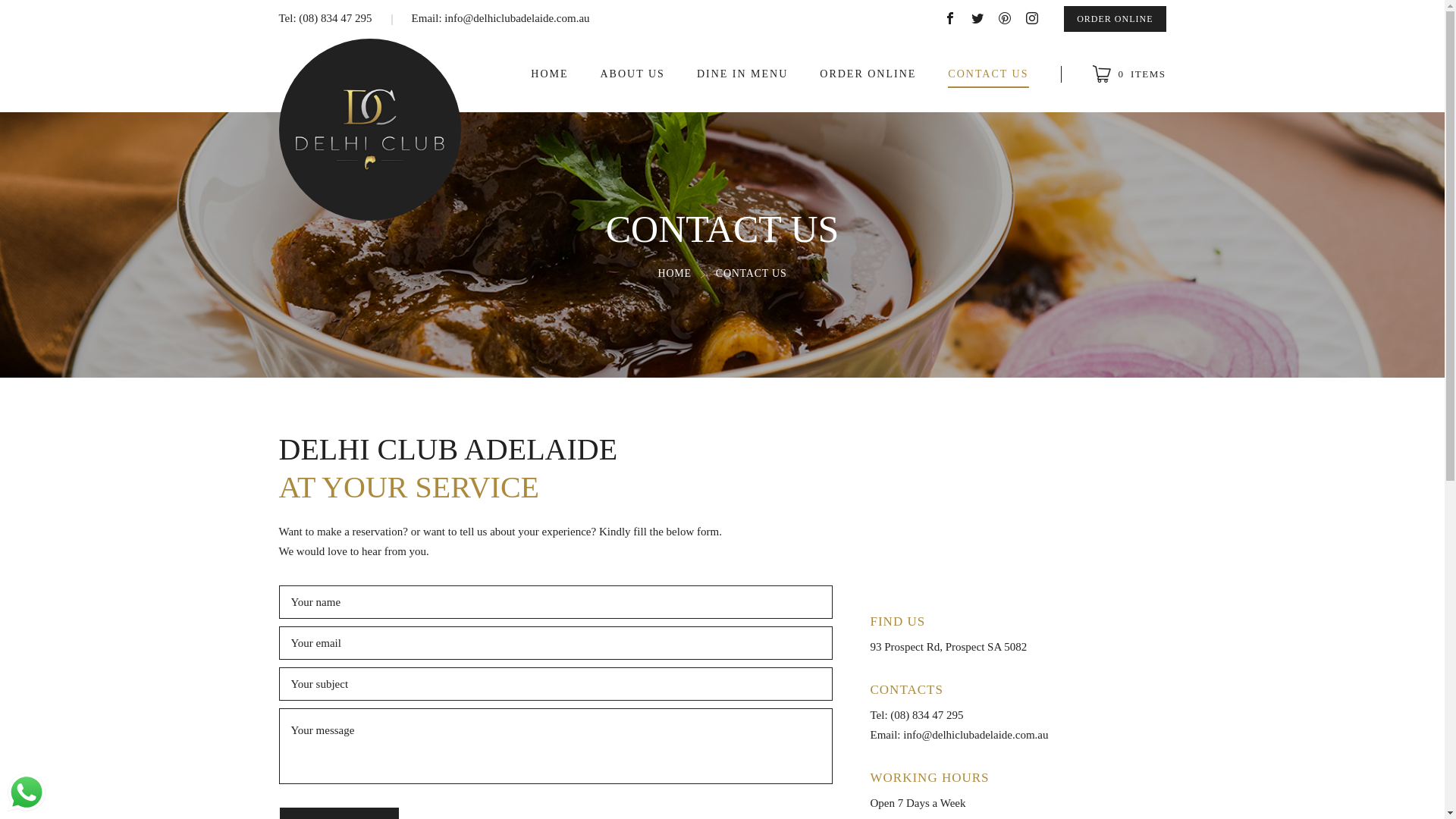 The height and width of the screenshot is (819, 1456). What do you see at coordinates (1004, 17) in the screenshot?
I see `'pinterest'` at bounding box center [1004, 17].